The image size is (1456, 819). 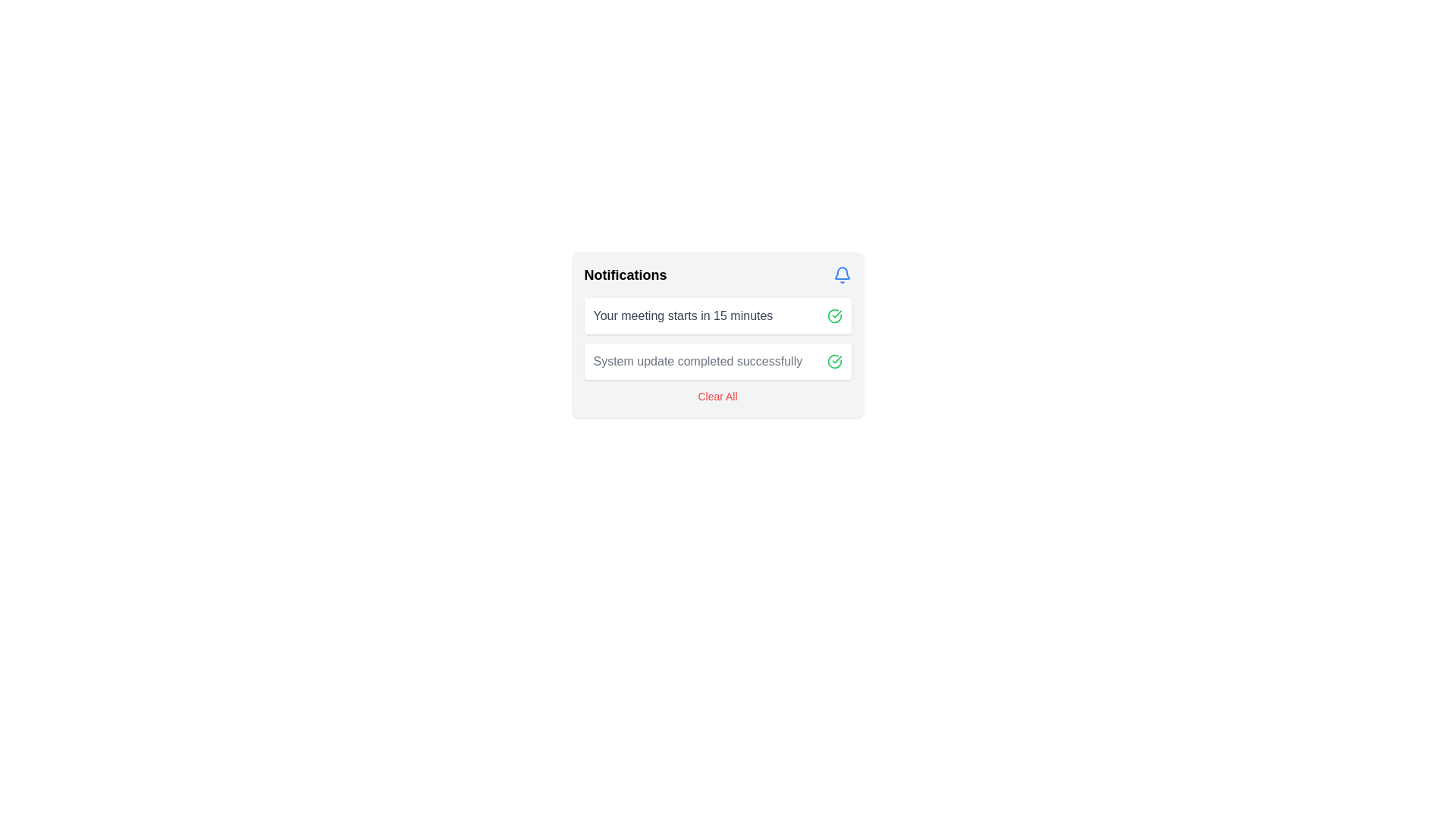 I want to click on the static text element displaying an alert message about an upcoming meeting in 15 minutes, which is positioned within a notification card and aligned slightly to the left of a green icon, so click(x=682, y=315).